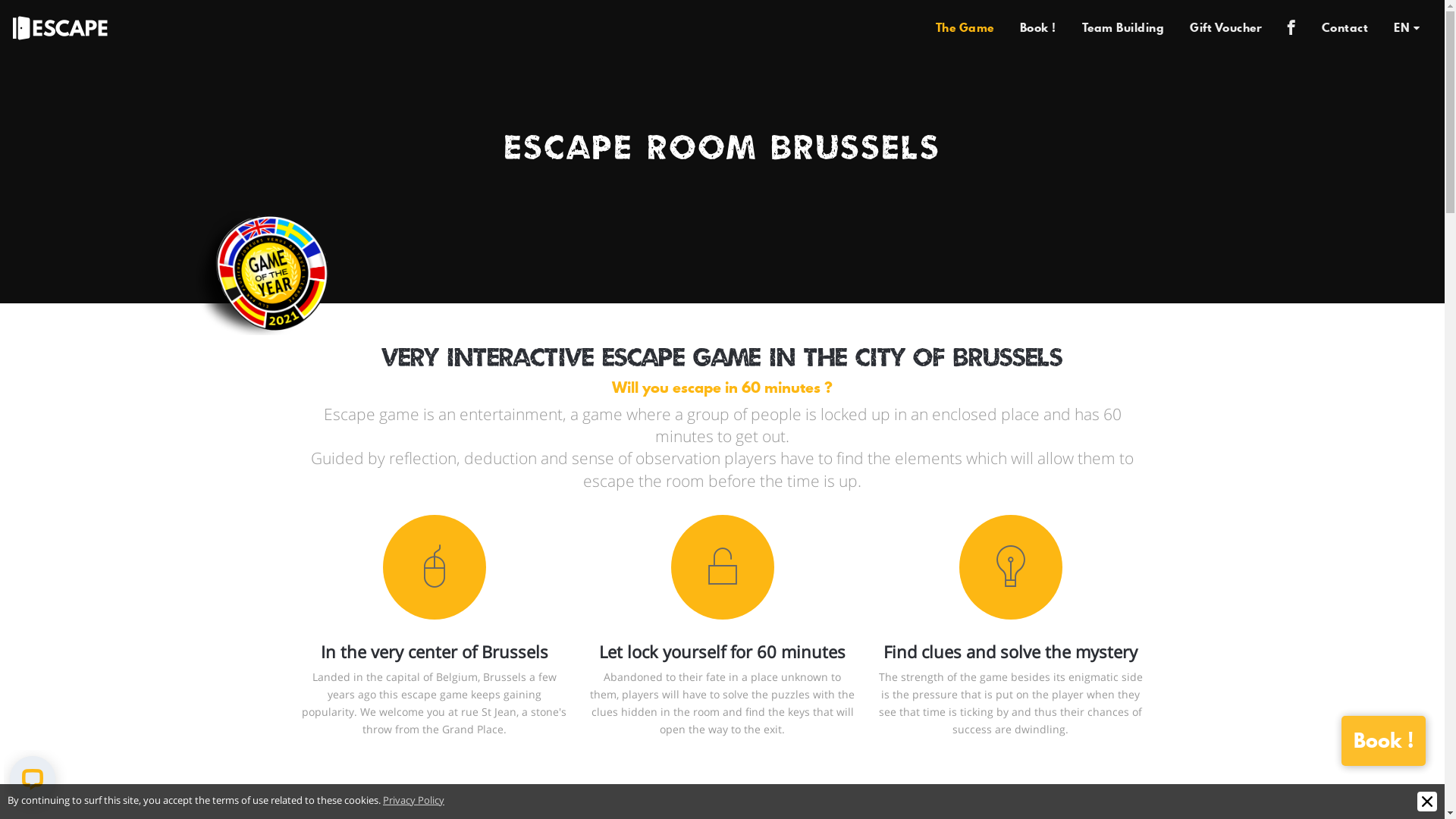 The height and width of the screenshot is (819, 1456). I want to click on 'Contact', so click(1345, 27).